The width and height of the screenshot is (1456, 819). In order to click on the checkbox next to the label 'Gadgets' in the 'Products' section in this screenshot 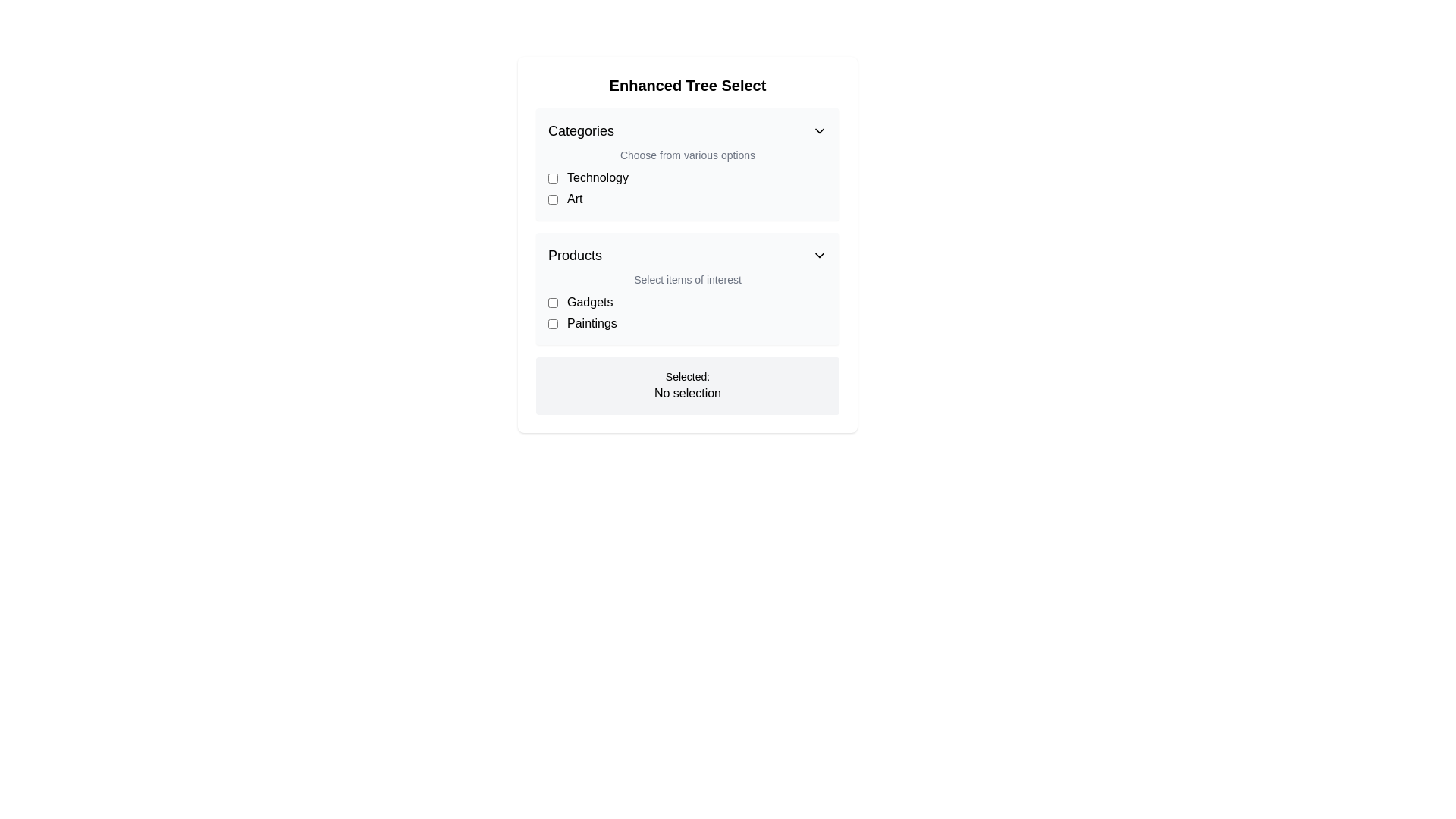, I will do `click(552, 302)`.